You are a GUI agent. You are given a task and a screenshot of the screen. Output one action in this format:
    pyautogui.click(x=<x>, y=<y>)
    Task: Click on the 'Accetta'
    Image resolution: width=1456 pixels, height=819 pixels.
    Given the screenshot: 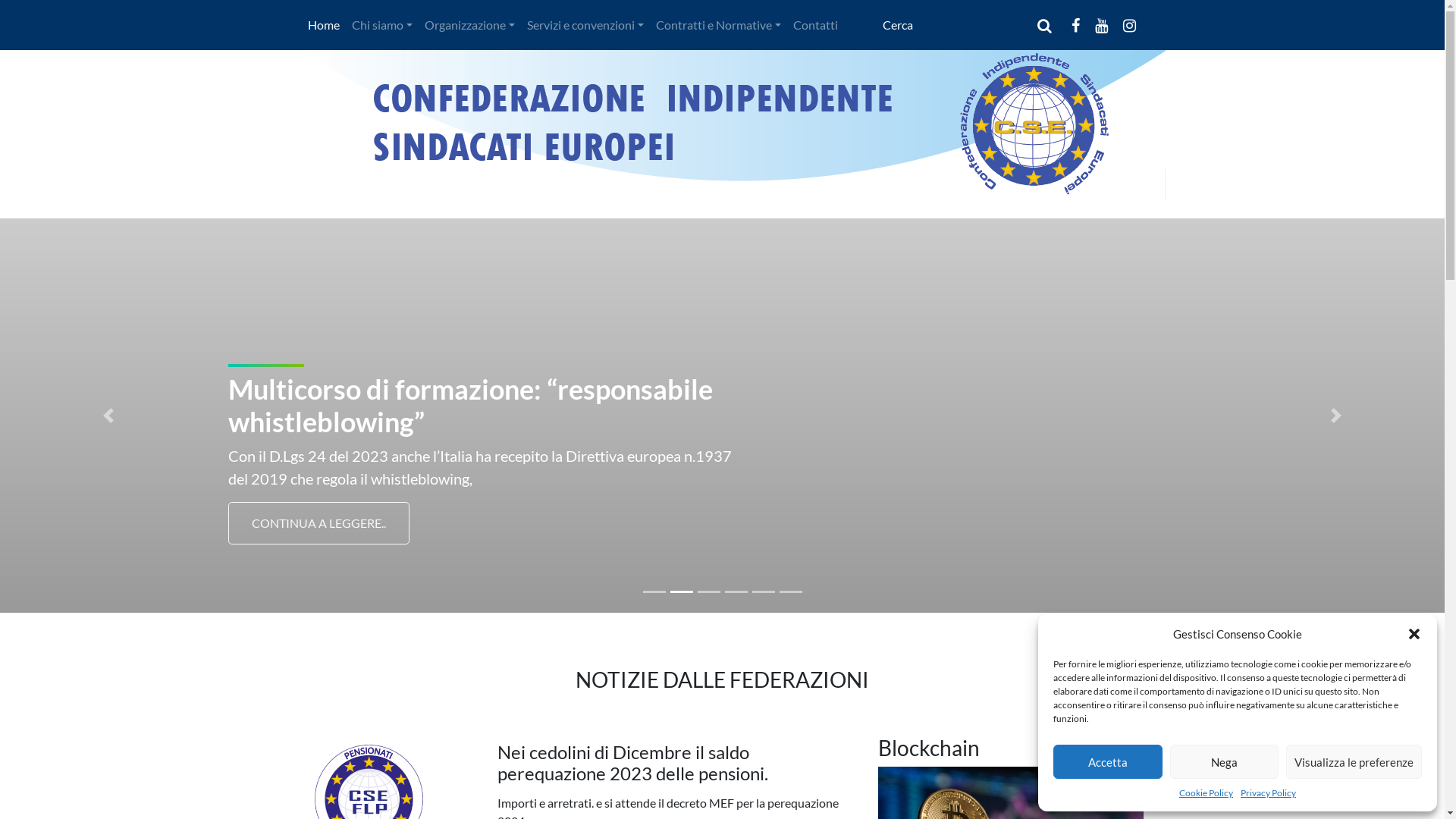 What is the action you would take?
    pyautogui.click(x=1107, y=761)
    